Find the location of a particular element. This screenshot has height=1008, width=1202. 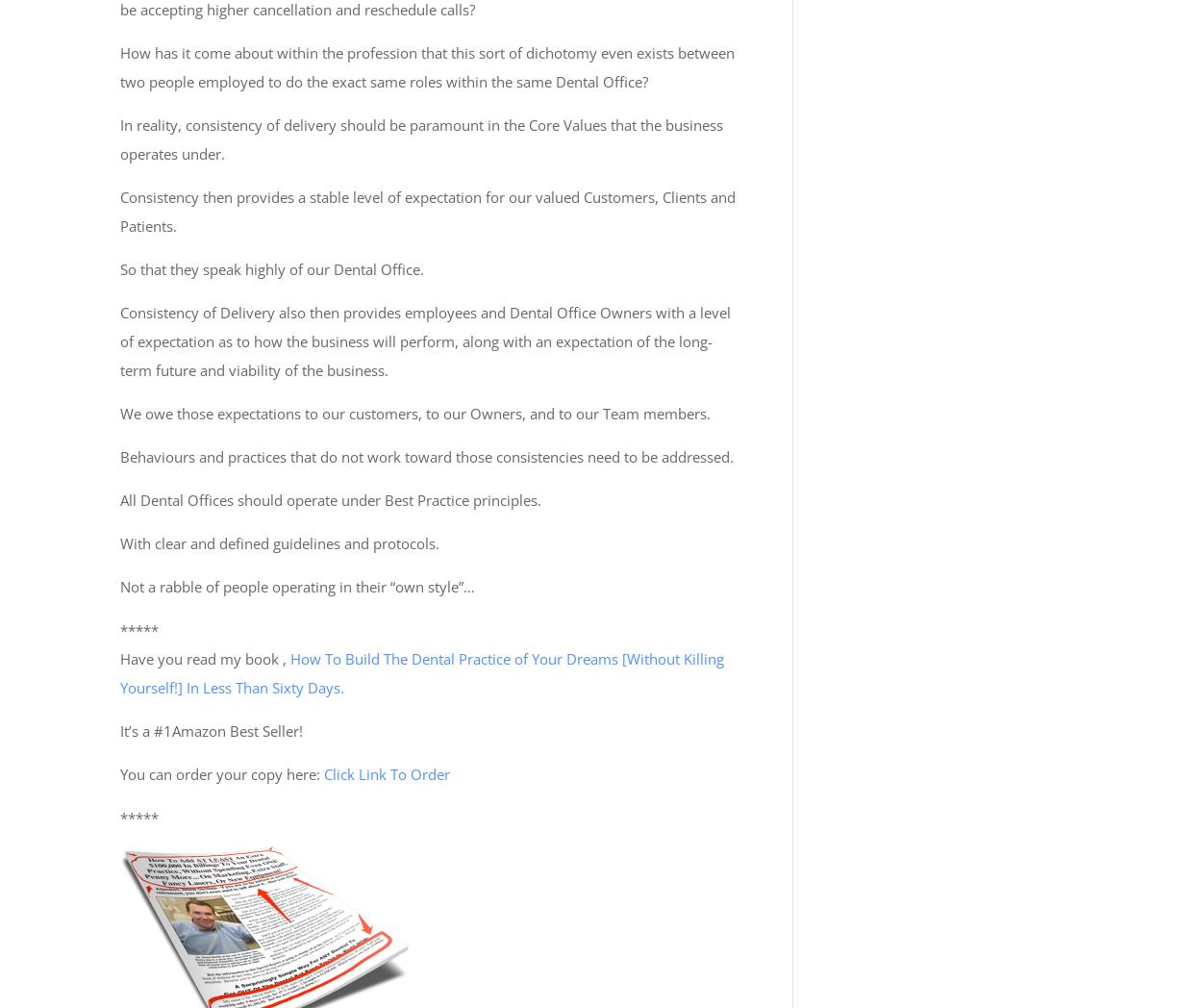

'Behaviours and practices that do not work toward those consistencies need to be addressed.' is located at coordinates (120, 455).